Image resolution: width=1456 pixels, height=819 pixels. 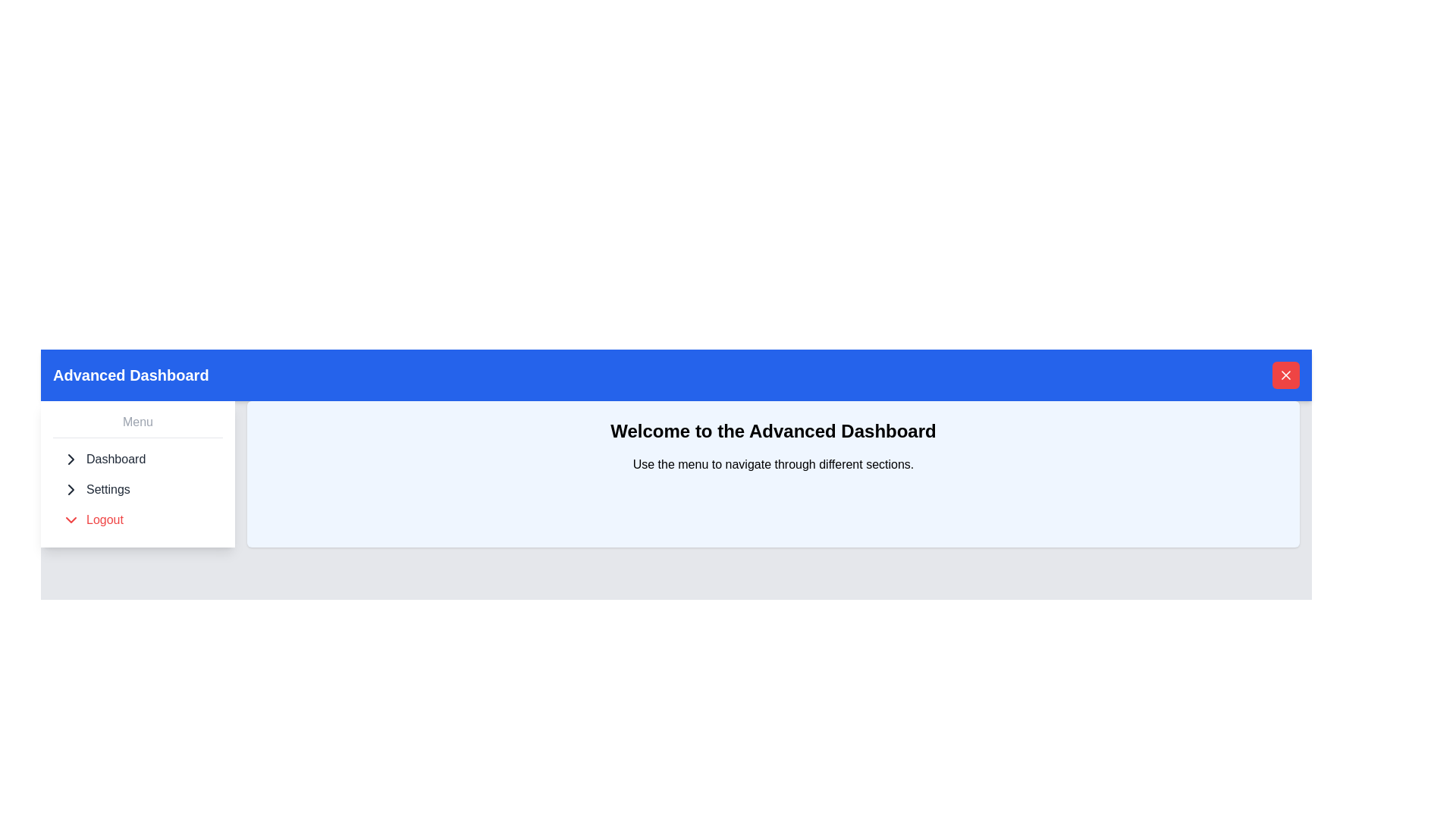 What do you see at coordinates (138, 458) in the screenshot?
I see `the first interactive menu item beneath the 'Menu' header` at bounding box center [138, 458].